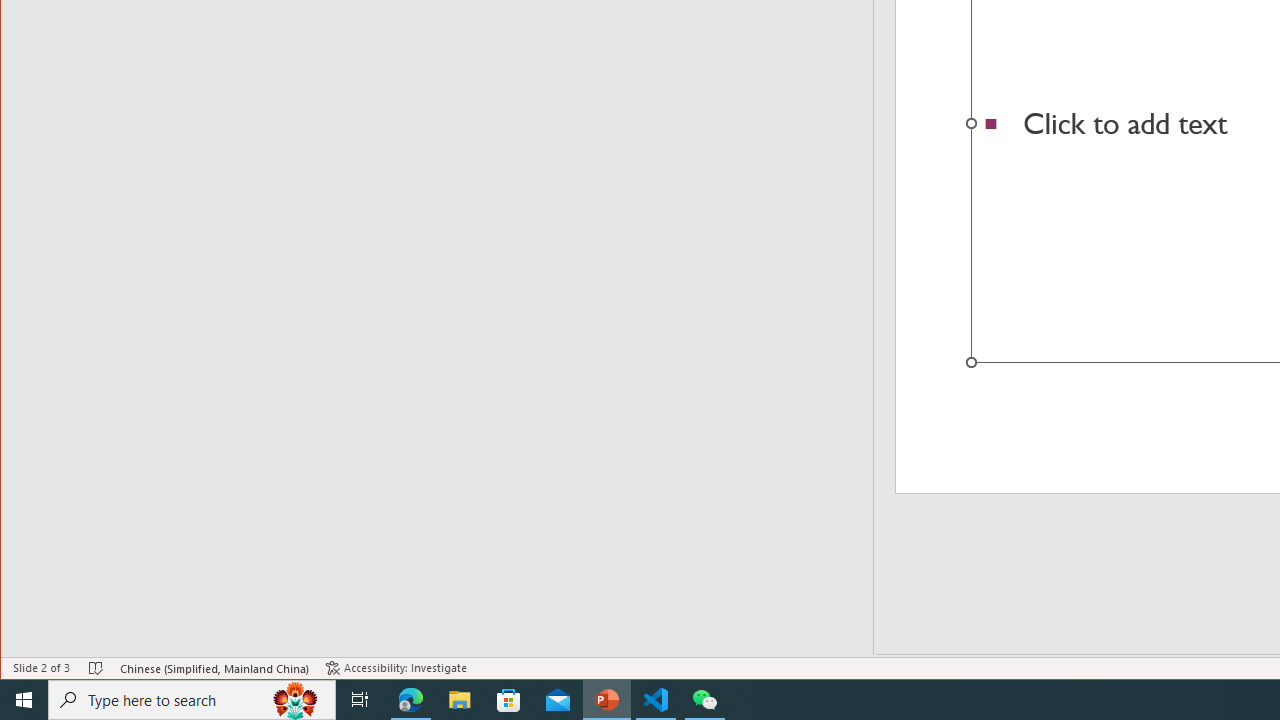 This screenshot has width=1280, height=720. What do you see at coordinates (705, 698) in the screenshot?
I see `'WeChat - 1 running window'` at bounding box center [705, 698].